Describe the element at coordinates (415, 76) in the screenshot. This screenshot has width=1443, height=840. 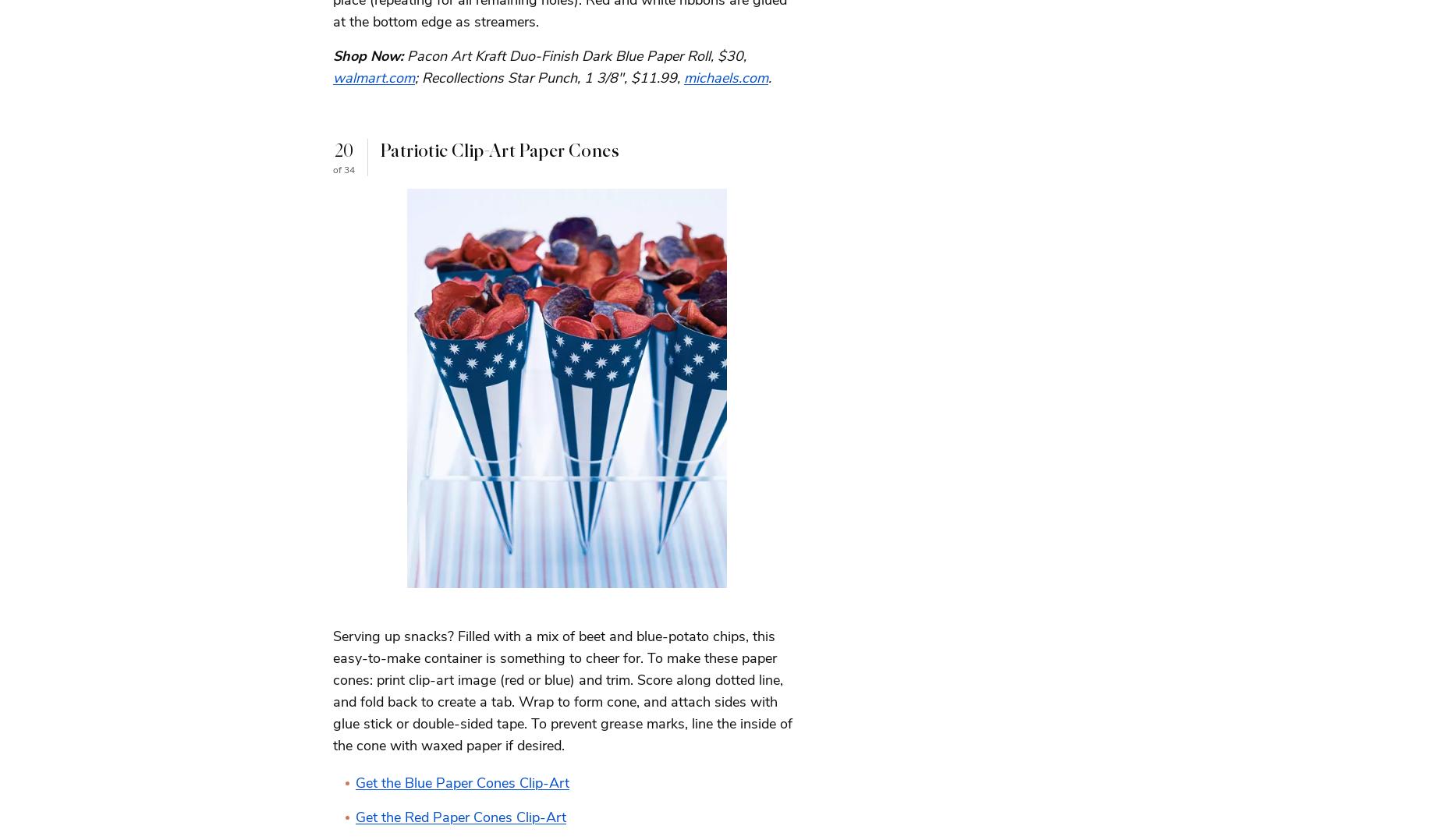
I see `'; Recollections Star Punch, 1 3/8", $11.99,'` at that location.